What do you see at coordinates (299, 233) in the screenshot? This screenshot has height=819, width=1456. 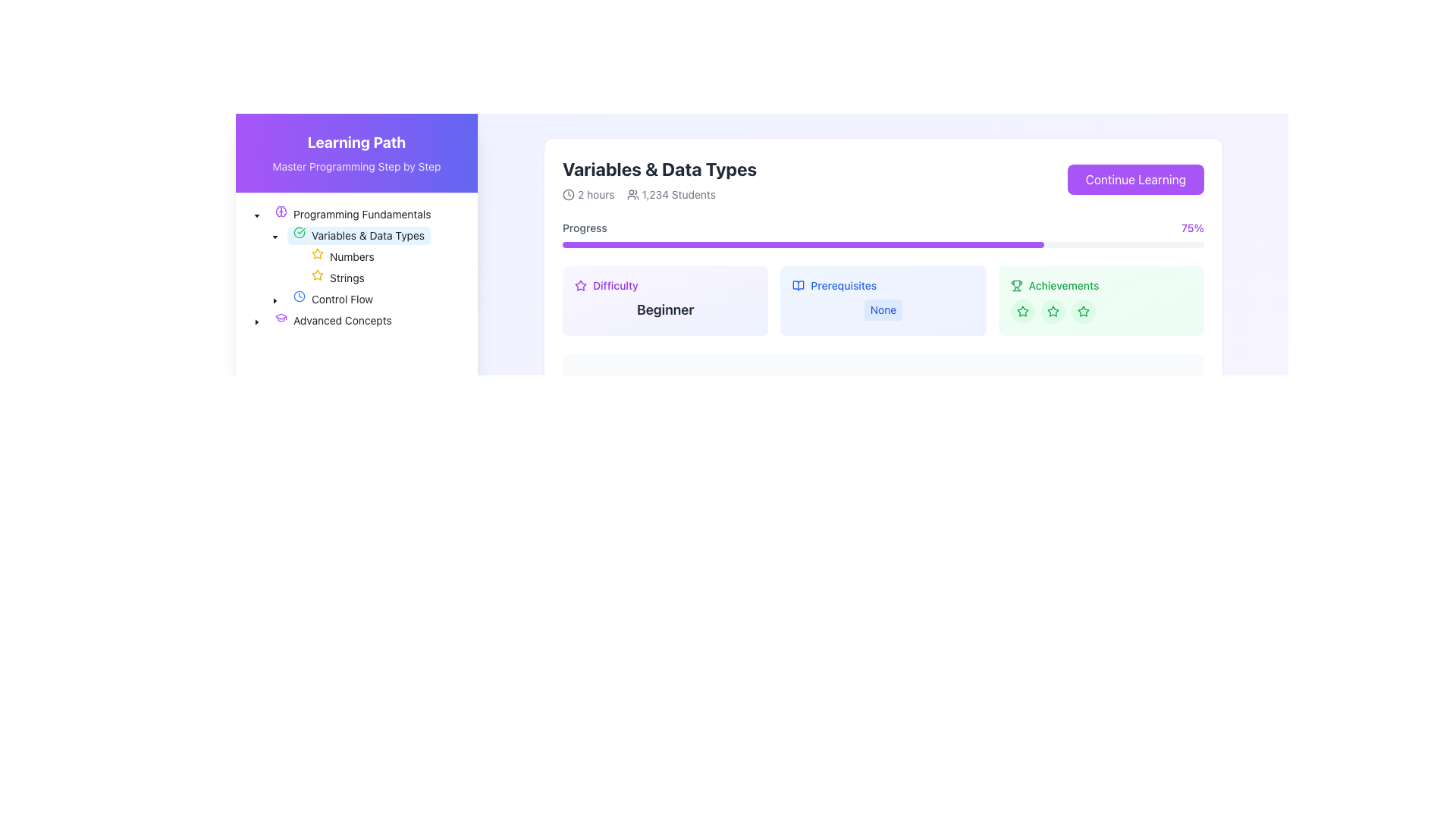 I see `the circular icon with a green checkmark located in the sidebar under the 'Programming Fundamentals' section, next to the 'Variables & Data Types' label` at bounding box center [299, 233].